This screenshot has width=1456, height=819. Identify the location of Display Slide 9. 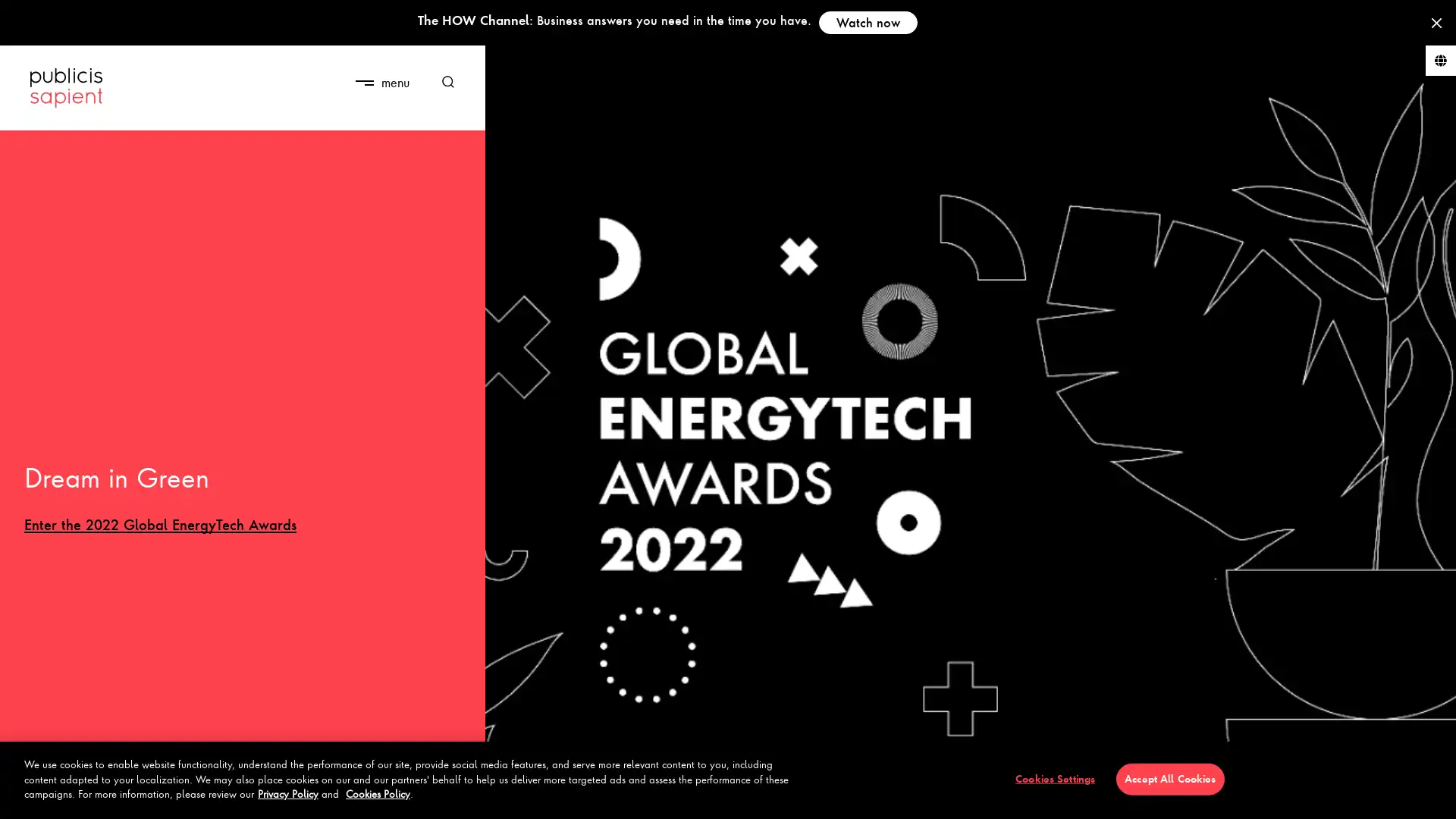
(218, 798).